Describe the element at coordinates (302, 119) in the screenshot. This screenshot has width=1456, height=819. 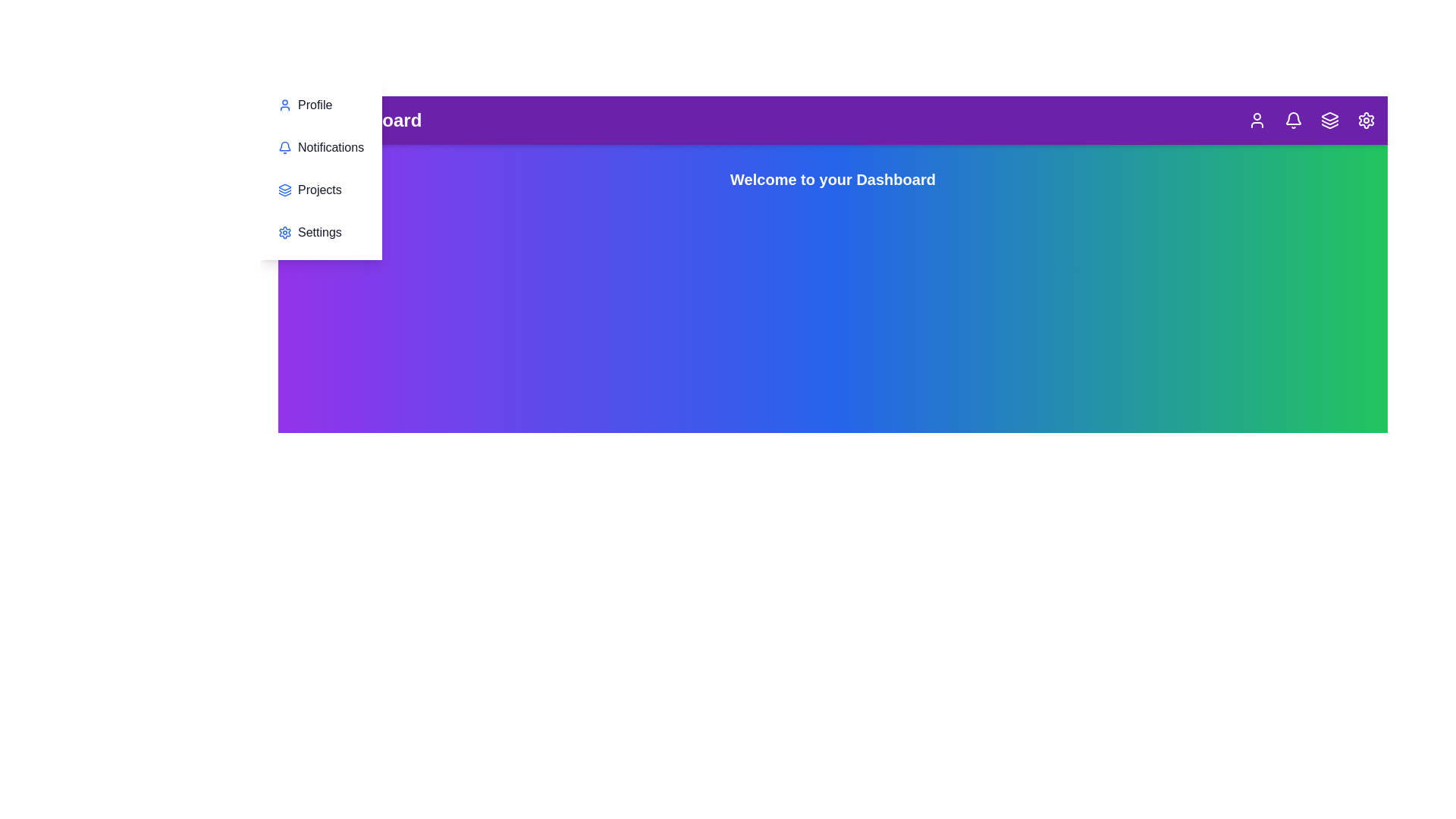
I see `the menu icon to toggle the menu visibility` at that location.